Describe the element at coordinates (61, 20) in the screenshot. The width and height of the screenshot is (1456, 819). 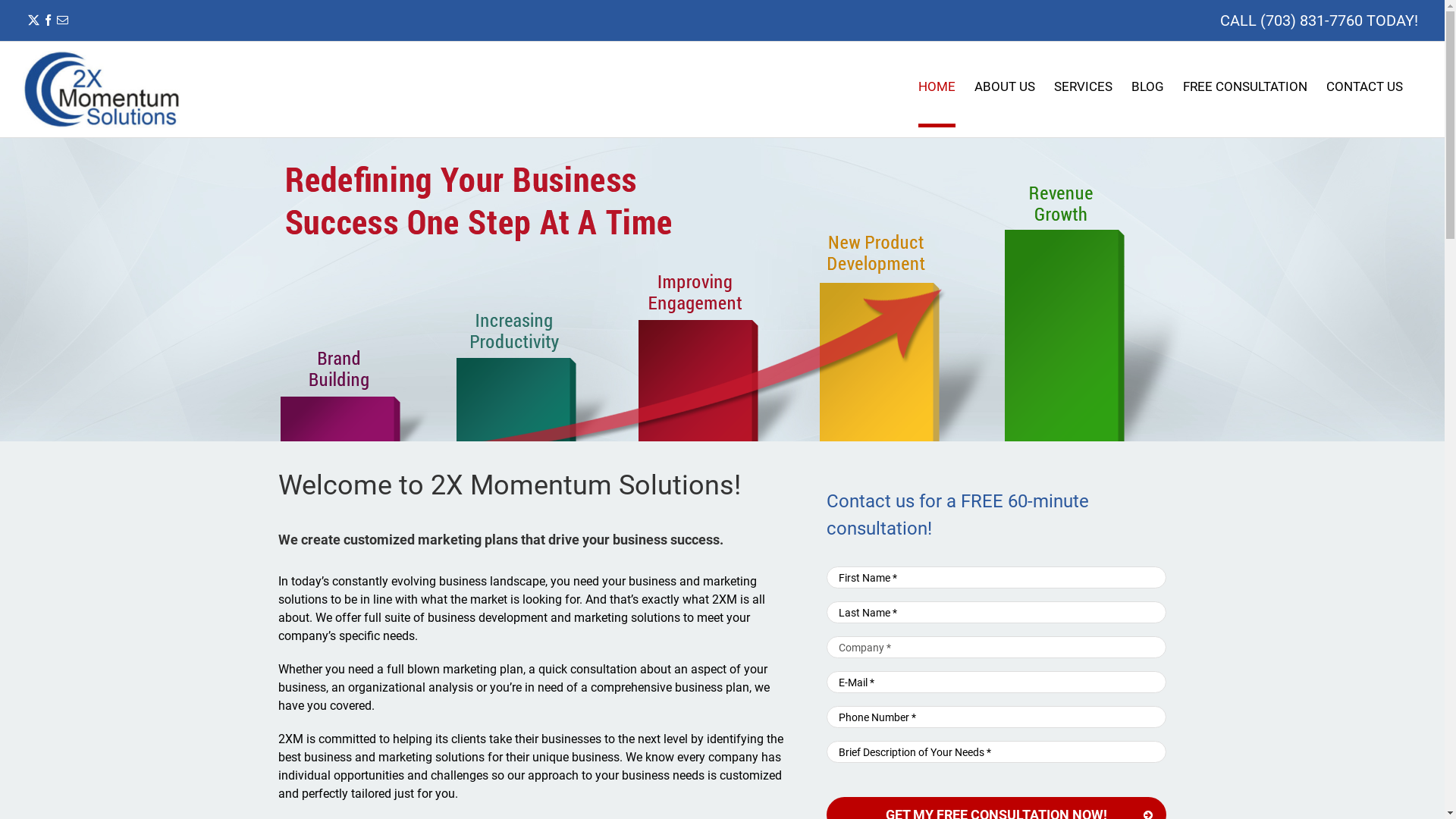
I see `'Email'` at that location.